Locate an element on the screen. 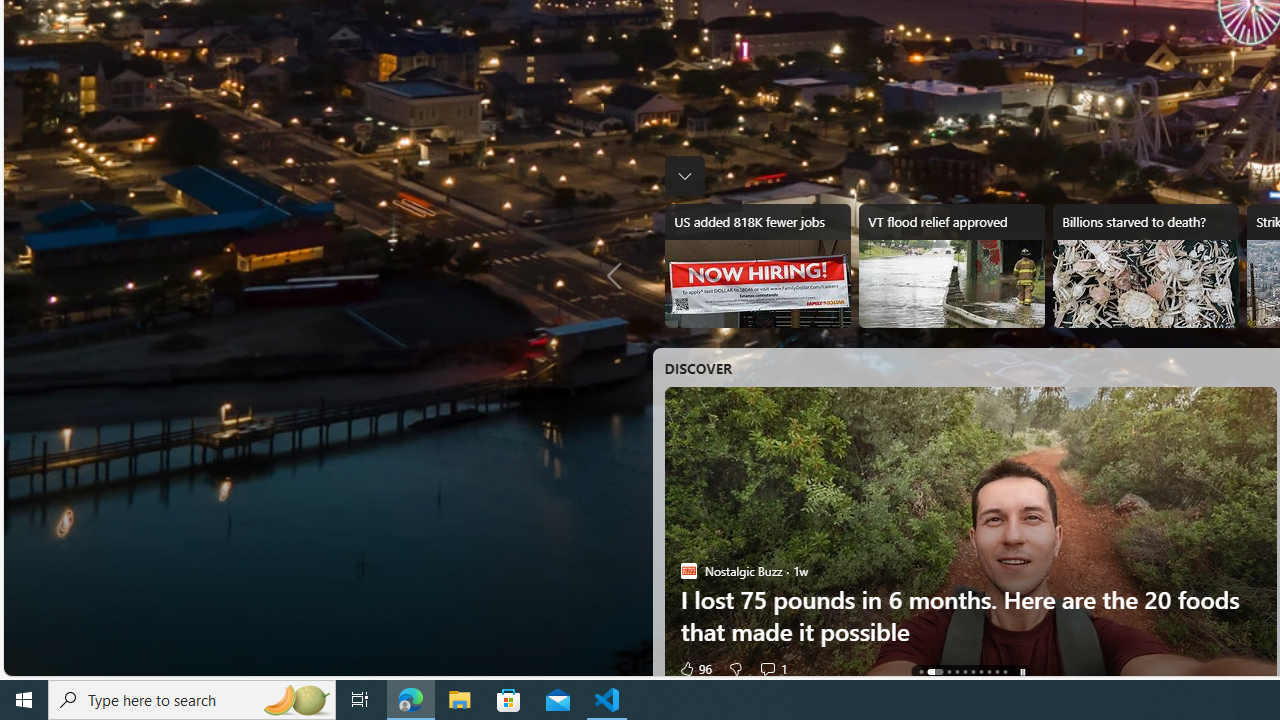 The image size is (1280, 720). 'AutomationID: tab-6' is located at coordinates (981, 672).